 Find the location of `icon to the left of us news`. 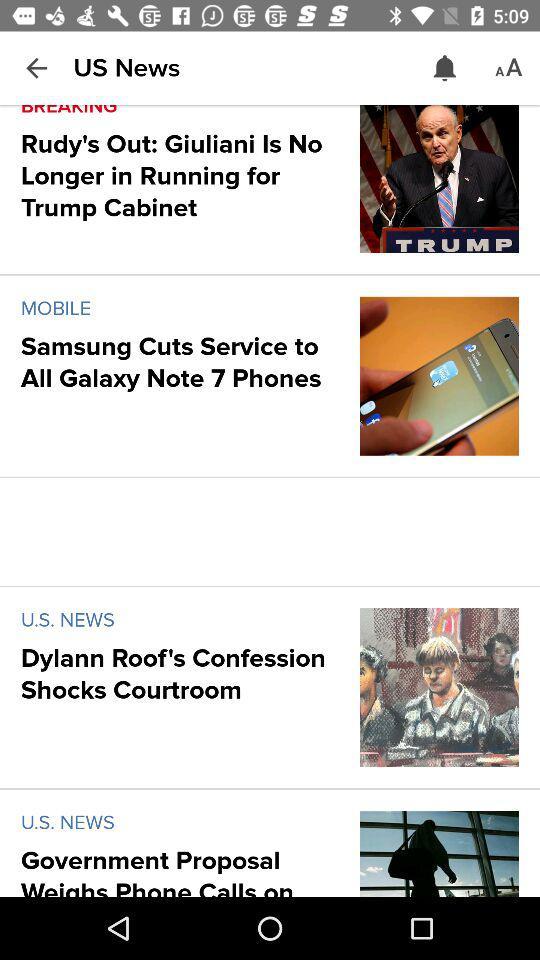

icon to the left of us news is located at coordinates (36, 68).